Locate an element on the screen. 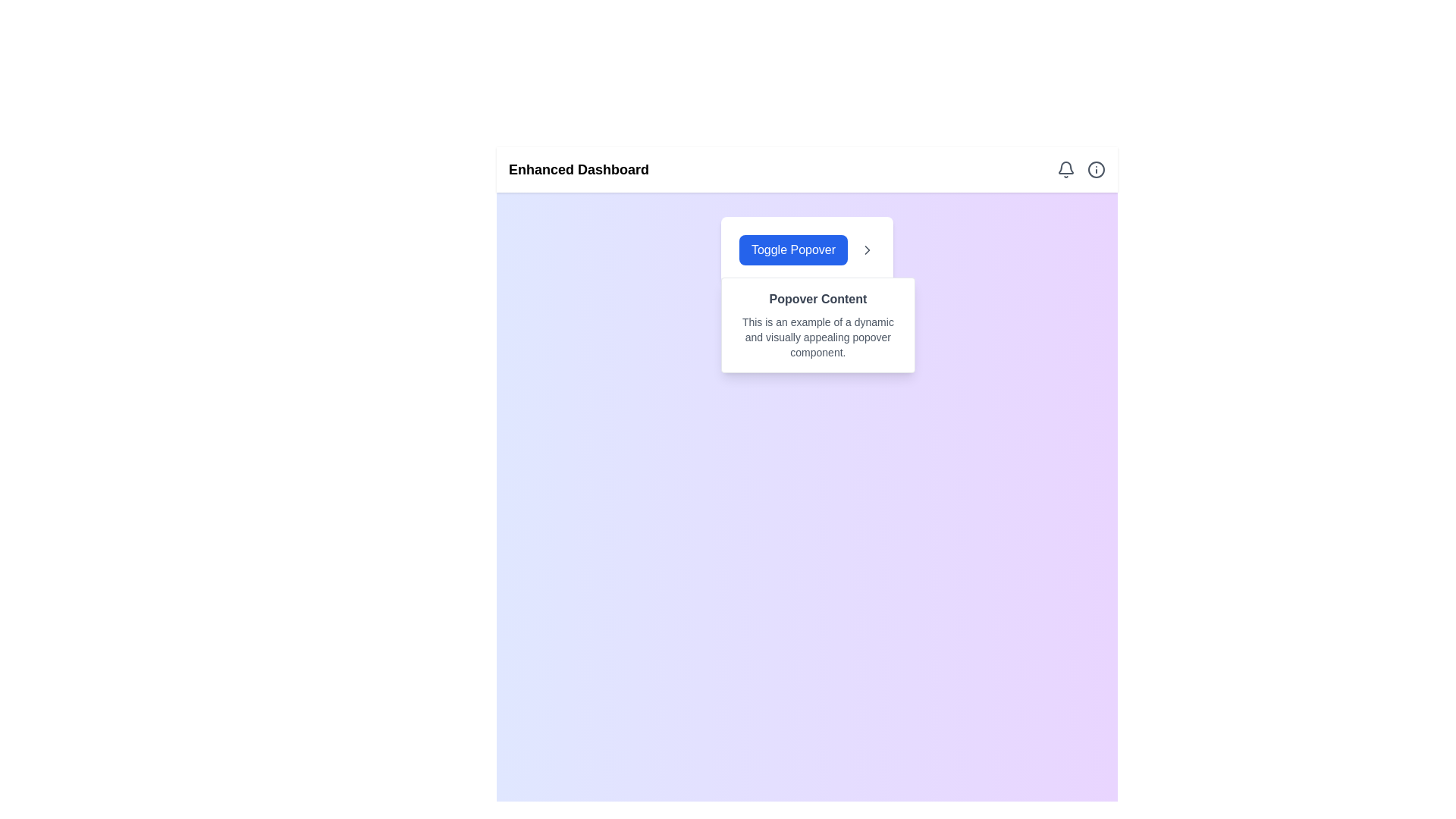 The height and width of the screenshot is (819, 1456). the notification bell icon located at the top-right corner of the interface to potentially display a tooltip is located at coordinates (1065, 169).